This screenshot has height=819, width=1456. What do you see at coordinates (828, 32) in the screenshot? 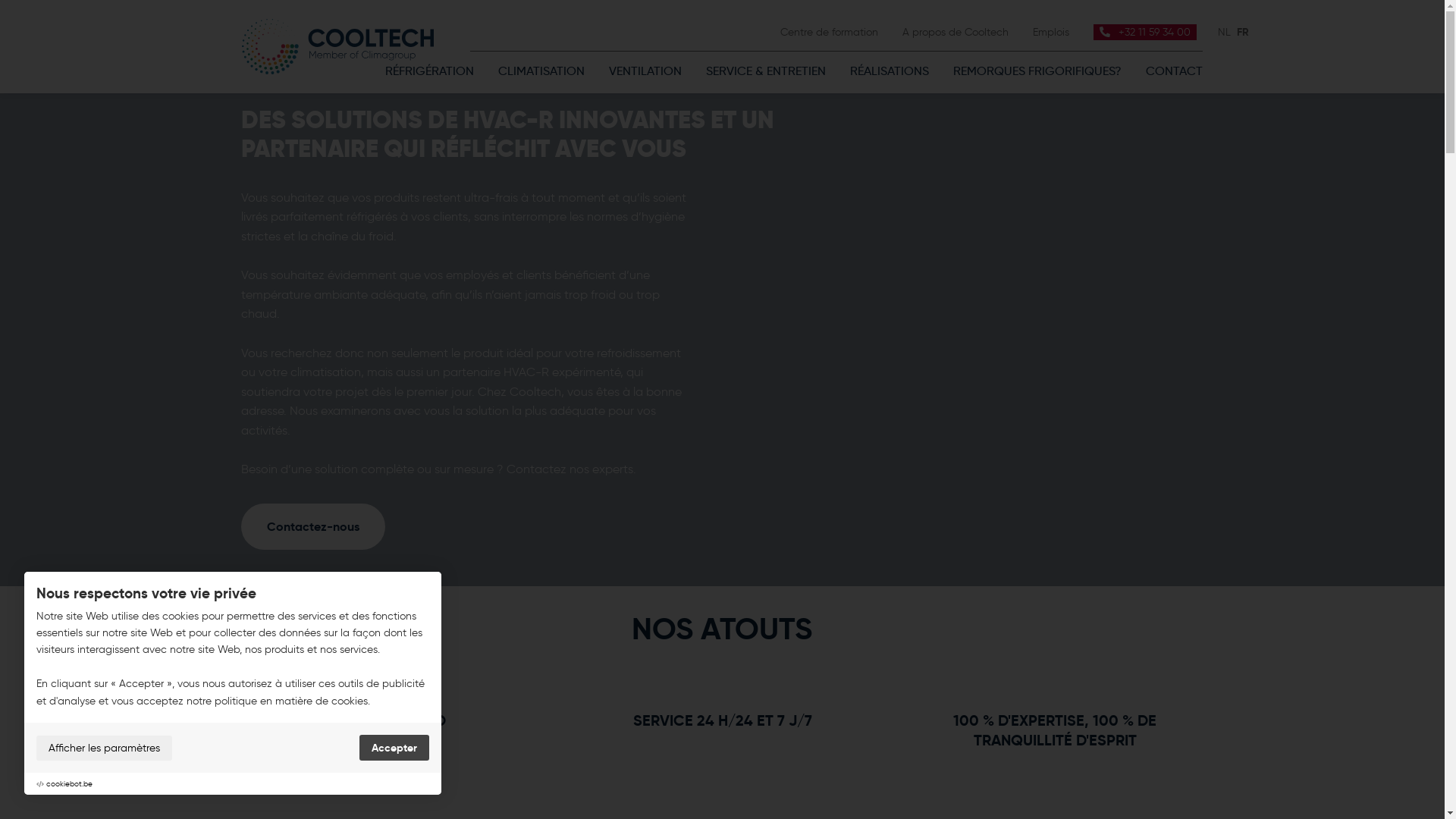
I see `'Centre de formation'` at bounding box center [828, 32].